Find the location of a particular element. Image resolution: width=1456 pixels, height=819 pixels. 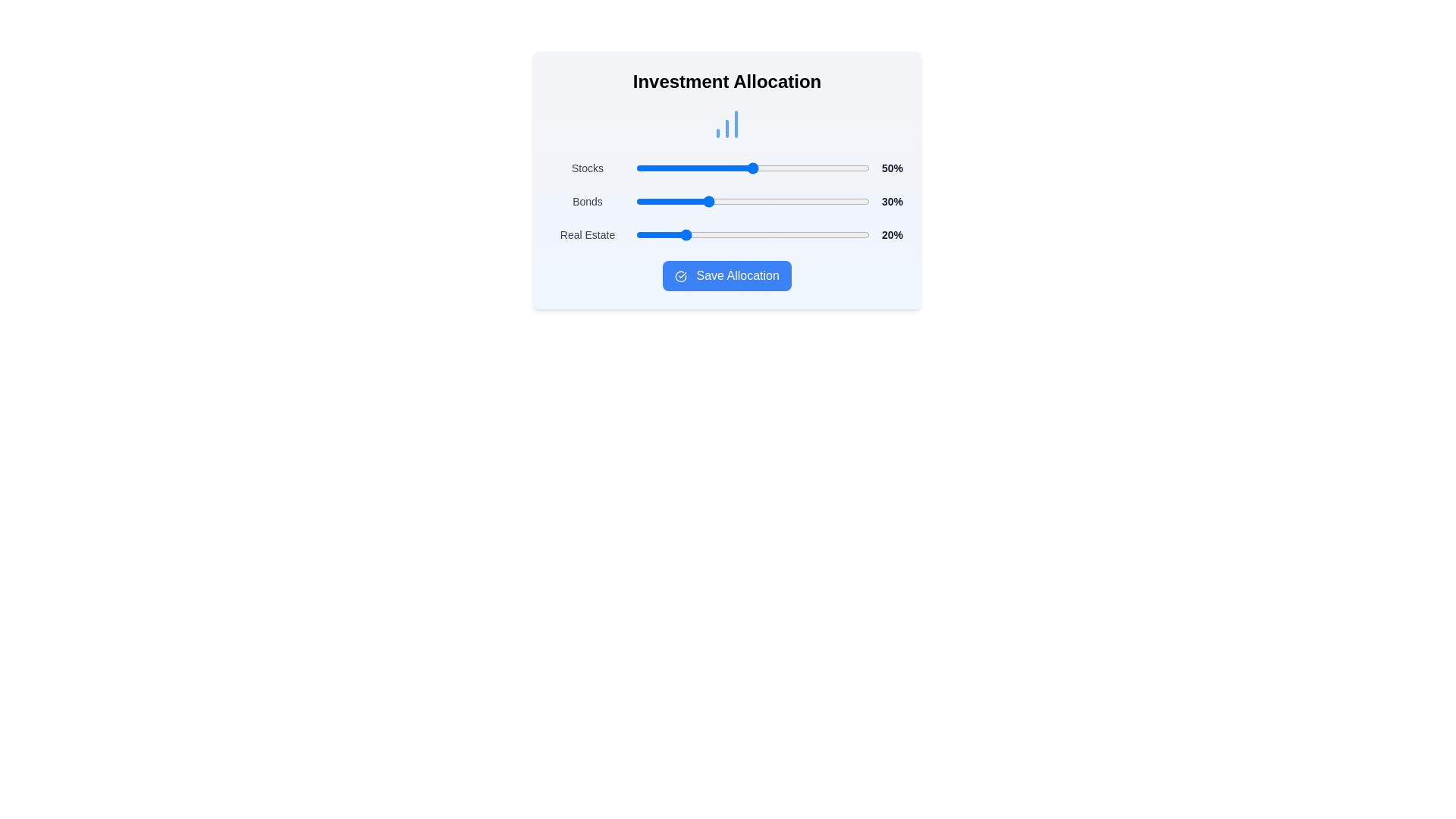

'Save Allocation' button to save the current investment allocations is located at coordinates (726, 275).